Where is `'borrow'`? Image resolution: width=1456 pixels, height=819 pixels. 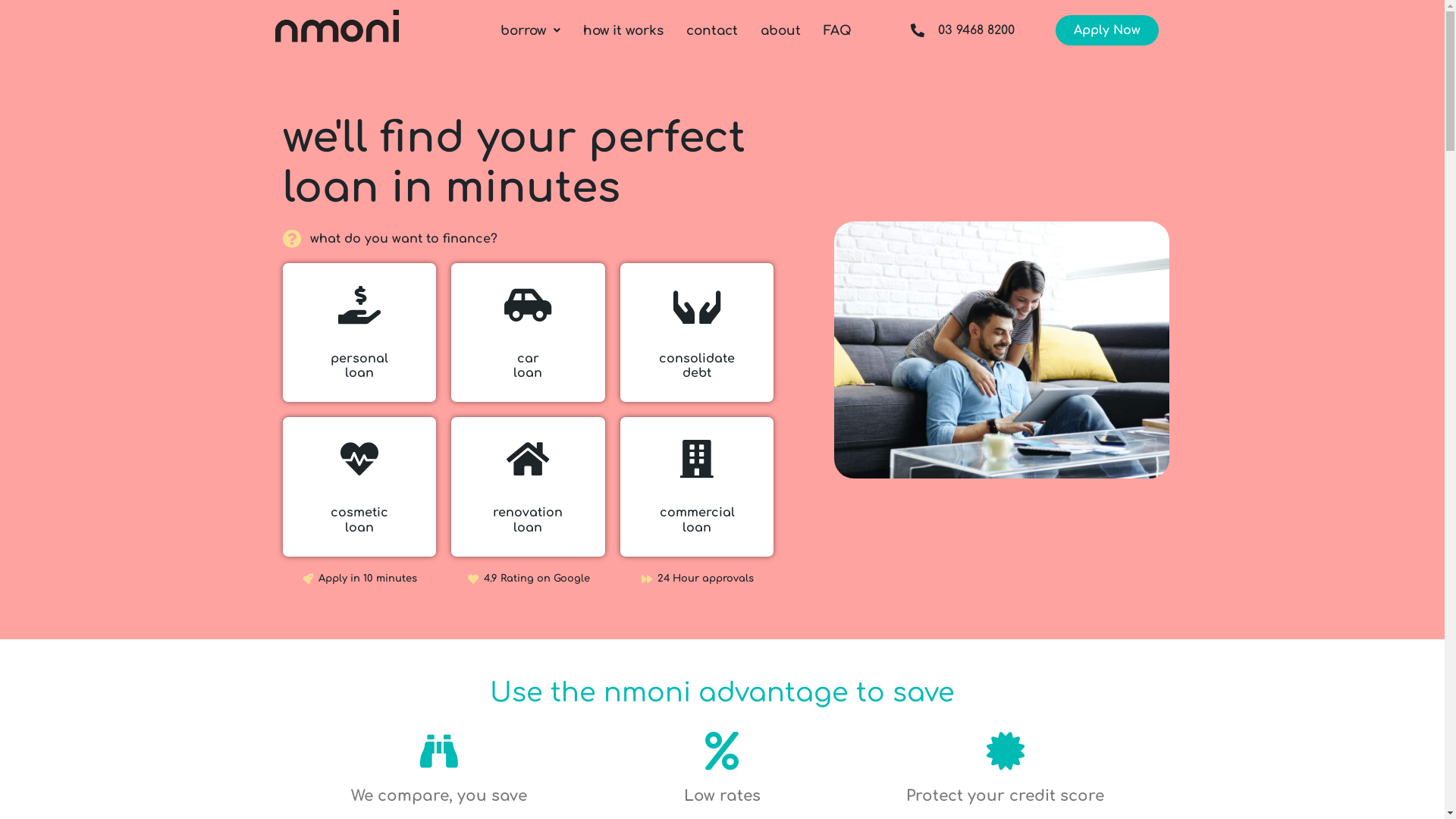
'borrow' is located at coordinates (530, 30).